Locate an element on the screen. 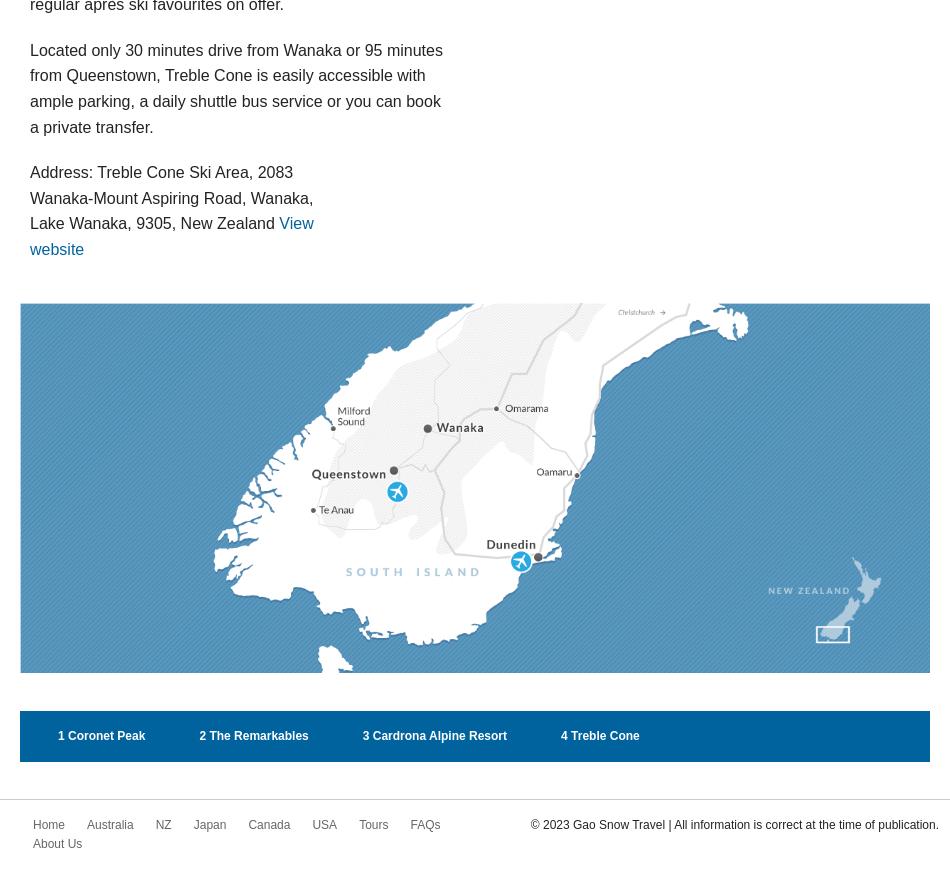 This screenshot has width=950, height=871. 'Australia' is located at coordinates (110, 823).